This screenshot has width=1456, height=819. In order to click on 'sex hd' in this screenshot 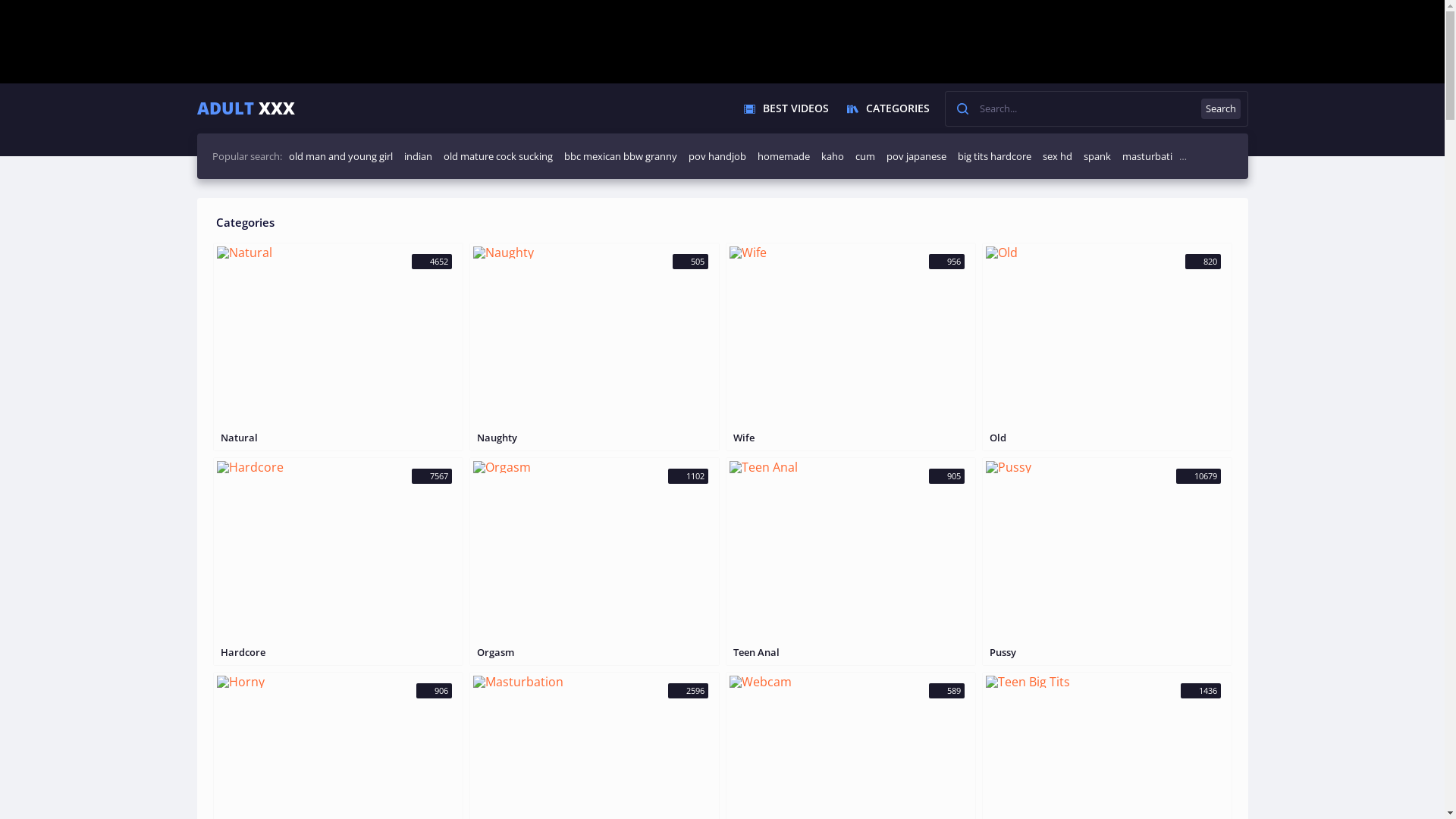, I will do `click(1056, 155)`.